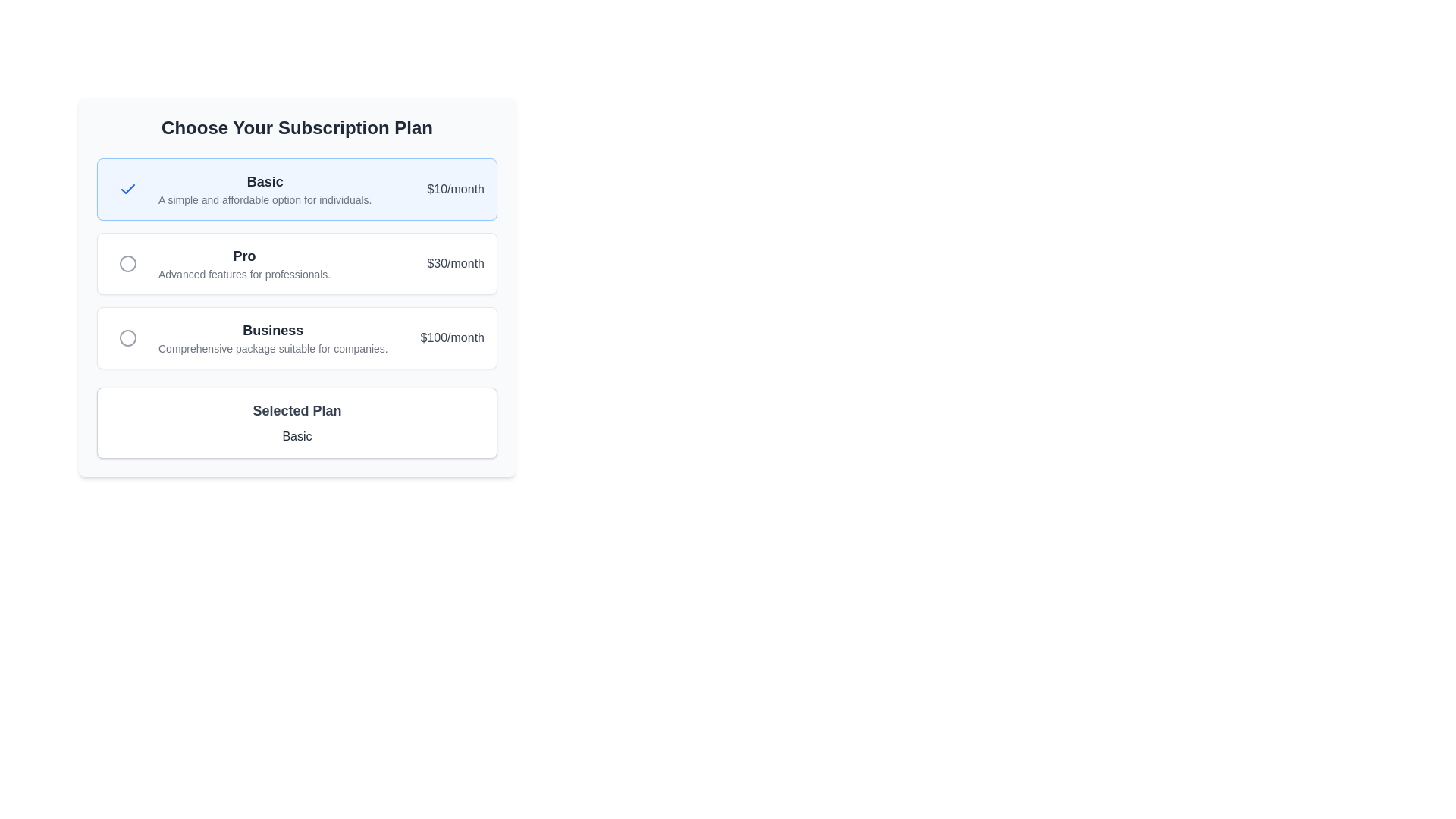 The width and height of the screenshot is (1456, 819). I want to click on the blue checkmark icon indicating selection for the 'Basic $10/month' subscription option located at the top section of the plan selection interface, so click(127, 189).